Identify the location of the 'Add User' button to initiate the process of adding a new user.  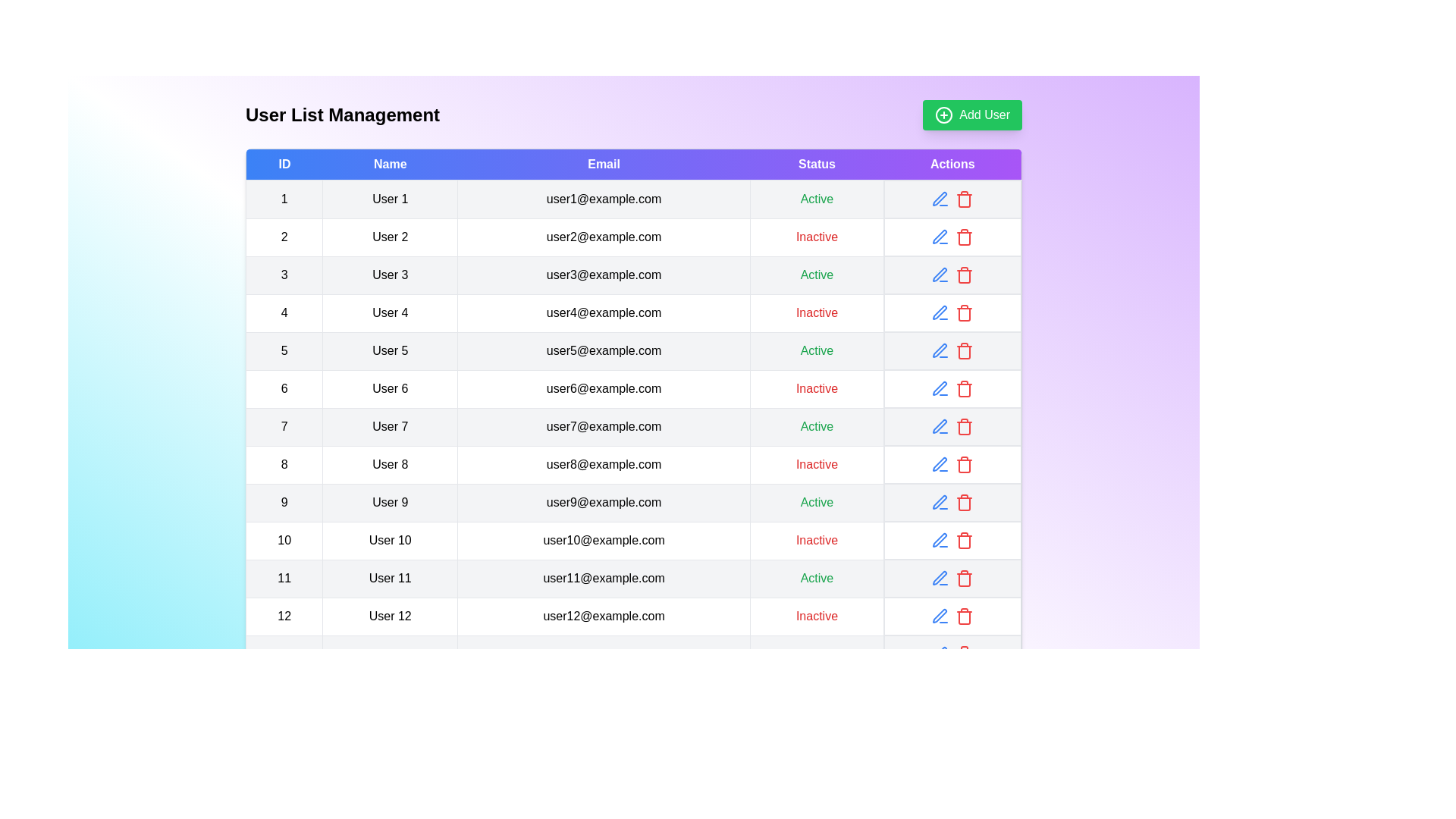
(972, 114).